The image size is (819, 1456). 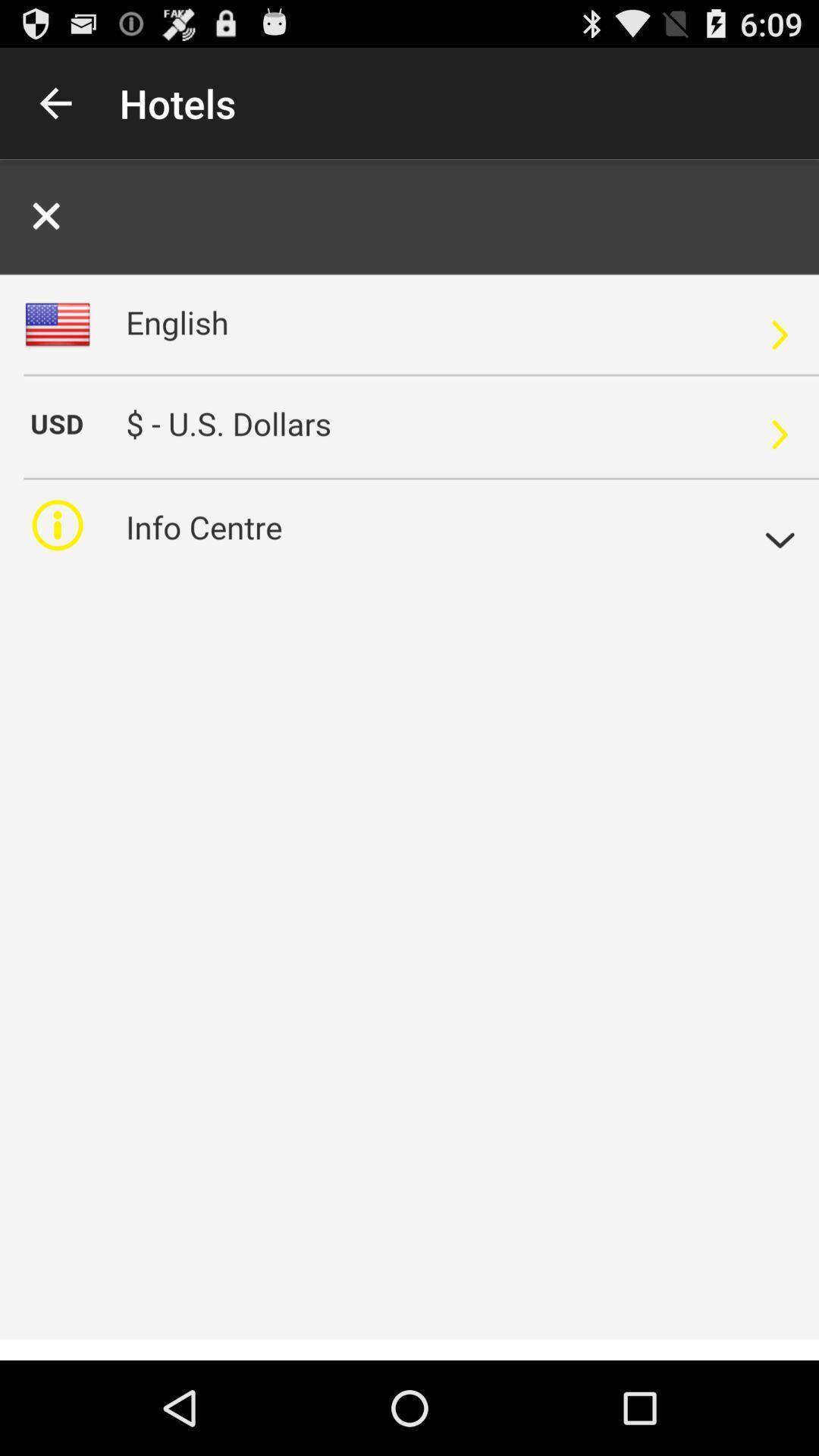 What do you see at coordinates (409, 760) in the screenshot?
I see `alerta para pagina` at bounding box center [409, 760].